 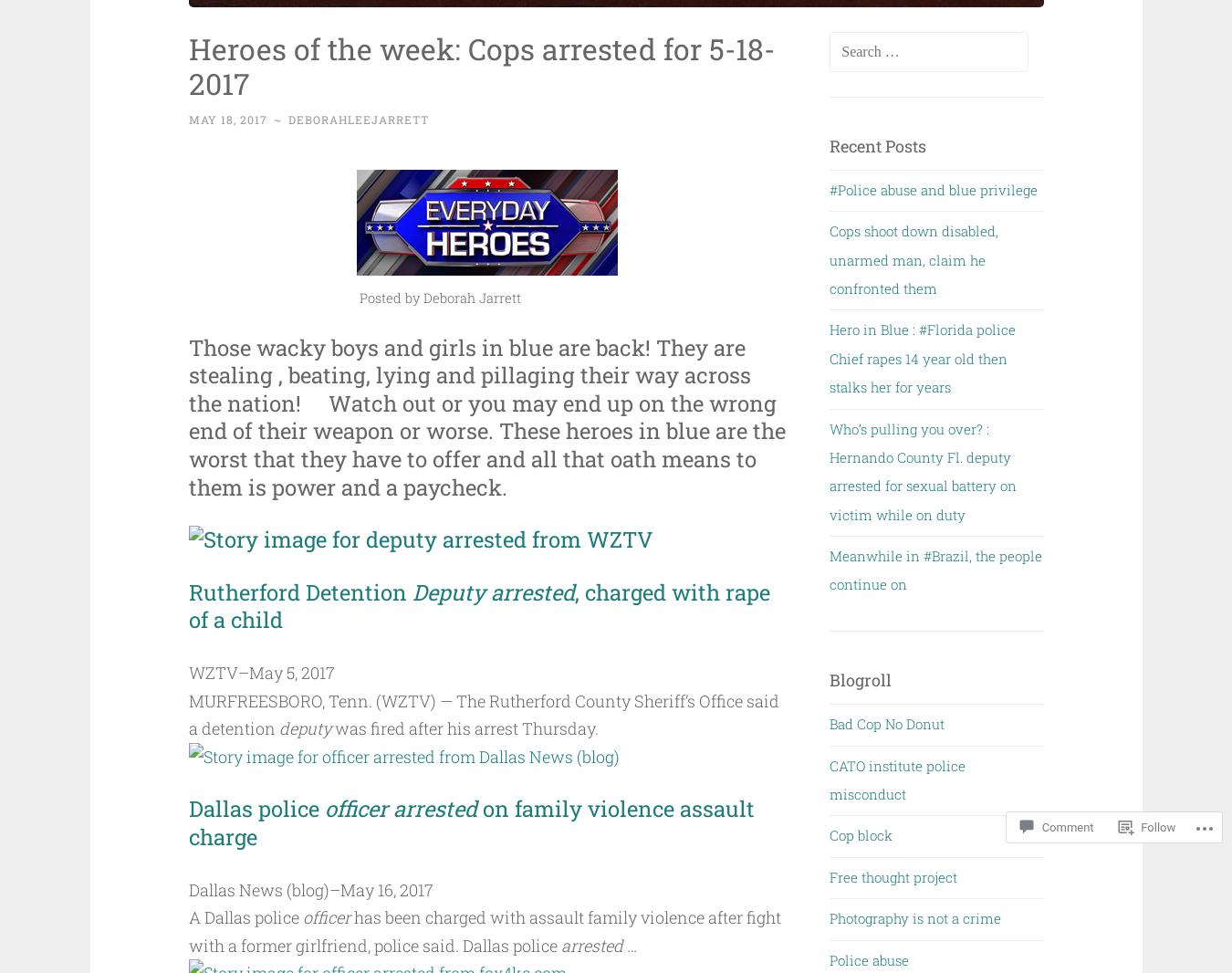 What do you see at coordinates (482, 713) in the screenshot?
I see `'MURFREESBORO, Tenn. (WZTV) — The Rutherford County Sheriff’s Office said a detention'` at bounding box center [482, 713].